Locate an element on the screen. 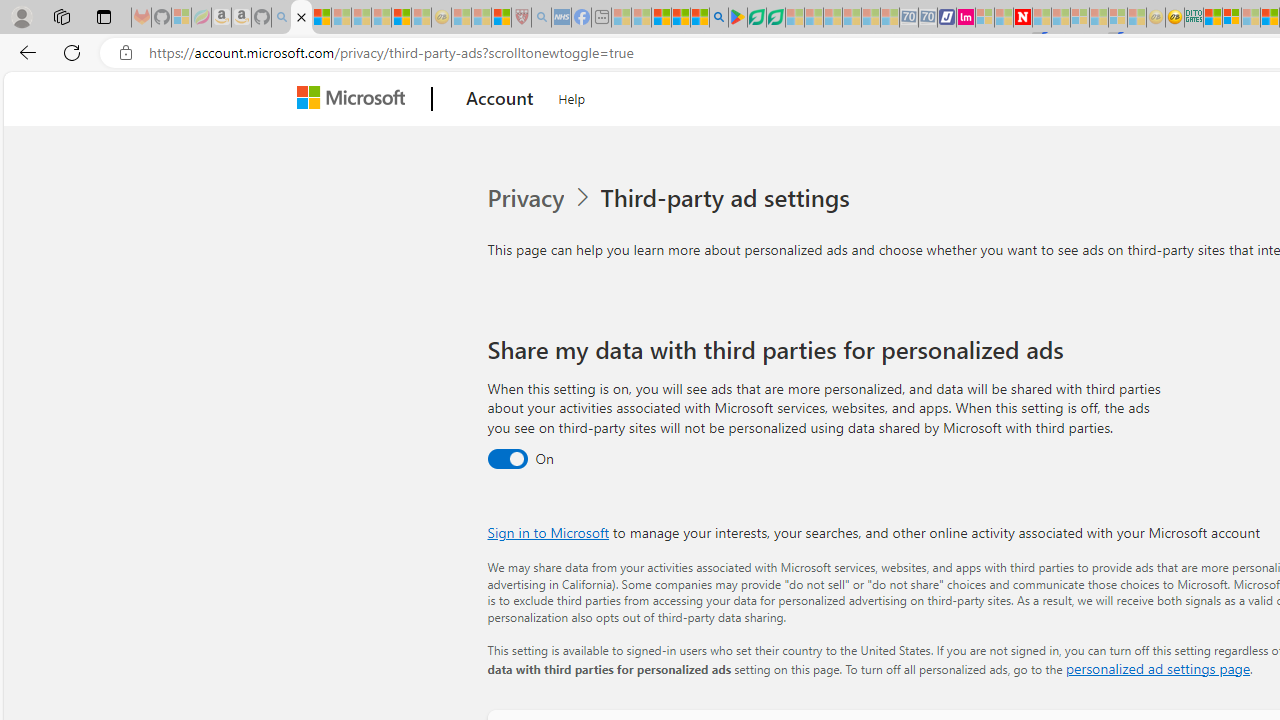 Image resolution: width=1280 pixels, height=720 pixels. 'Microsoft Word - consumer-privacy address update 2.2021' is located at coordinates (774, 17).